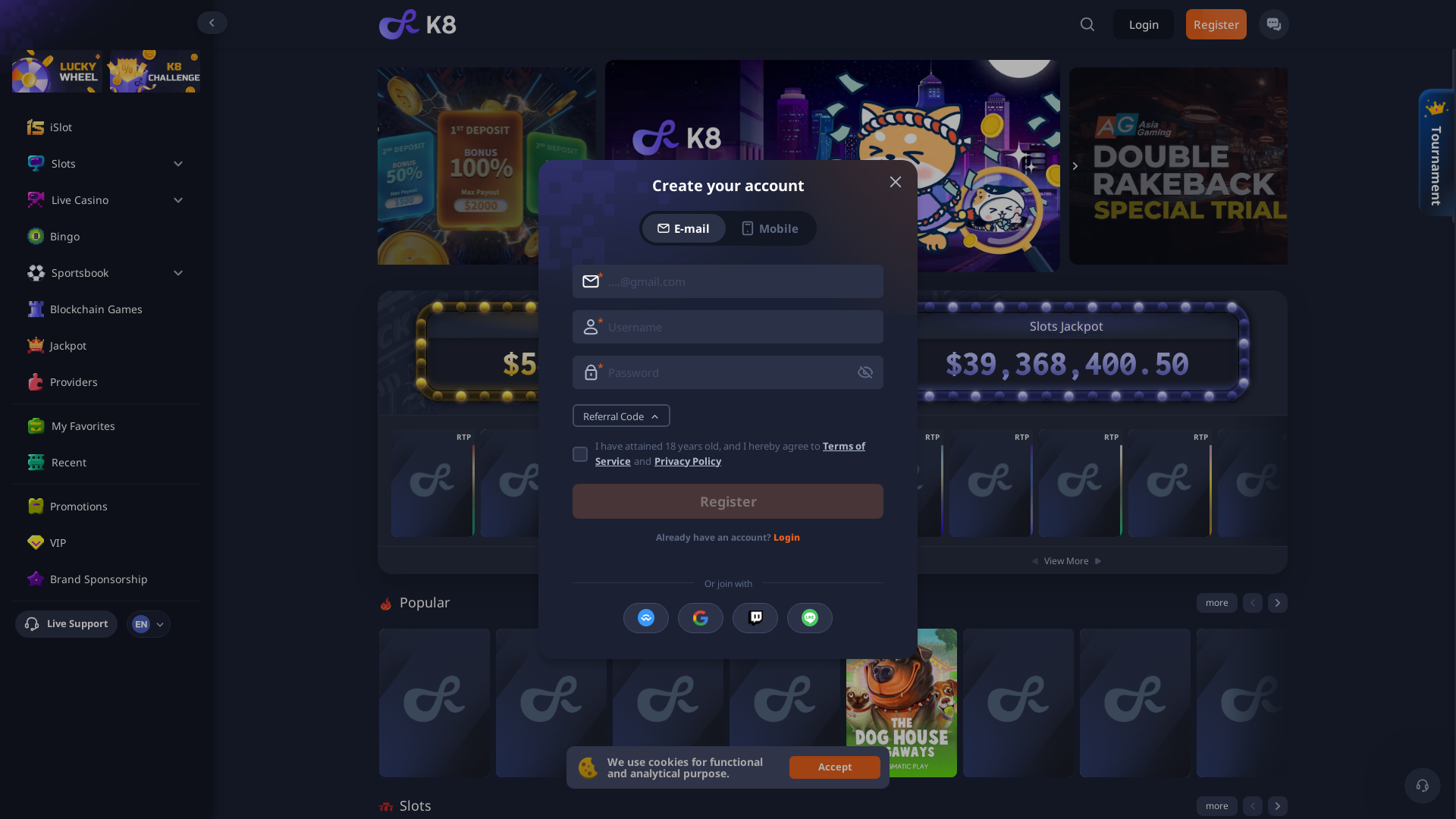  Describe the element at coordinates (902, 702) in the screenshot. I see `'The Dog House Megaways'` at that location.